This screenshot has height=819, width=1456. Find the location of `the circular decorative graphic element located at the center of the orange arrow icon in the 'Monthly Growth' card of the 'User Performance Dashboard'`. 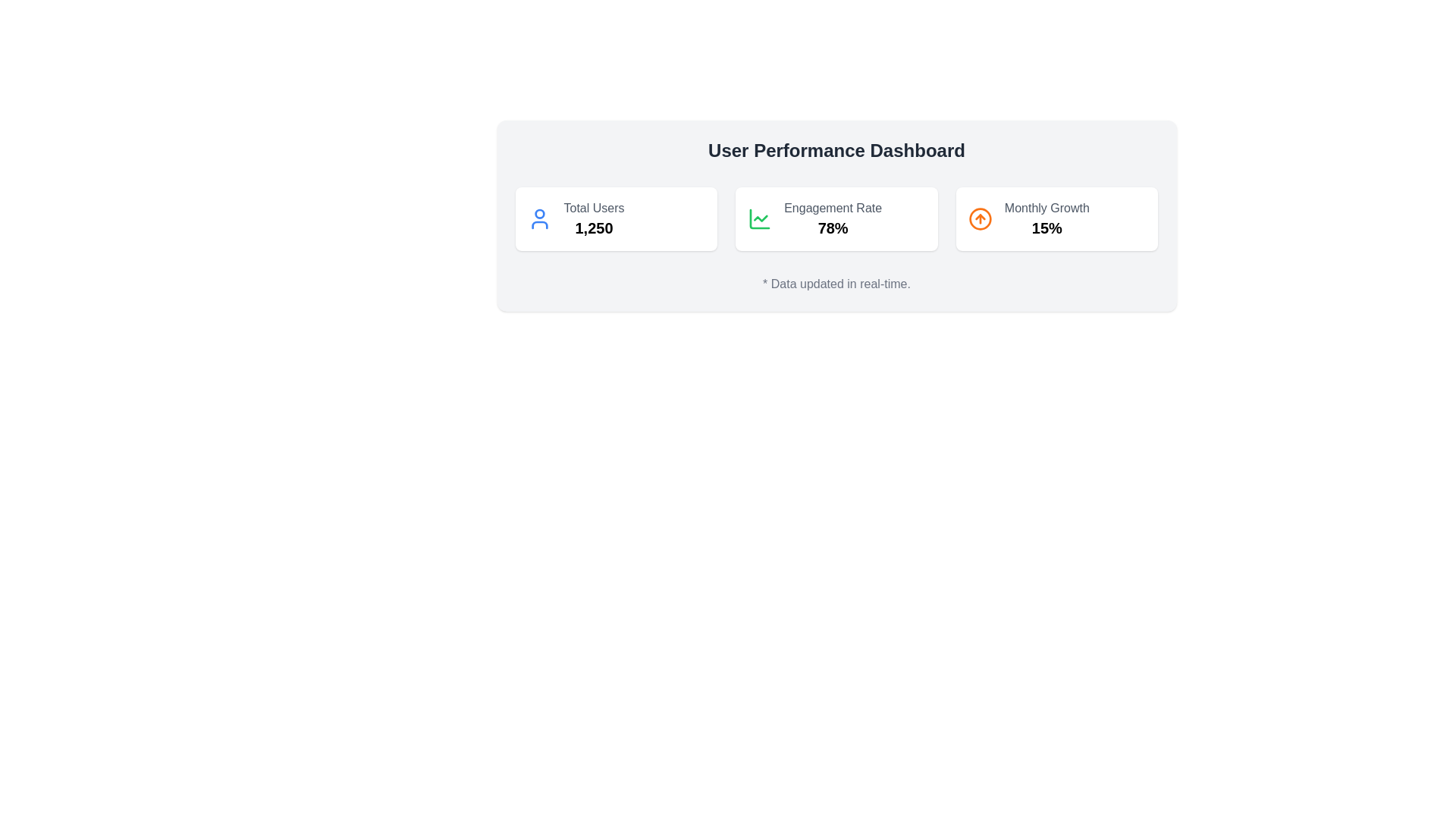

the circular decorative graphic element located at the center of the orange arrow icon in the 'Monthly Growth' card of the 'User Performance Dashboard' is located at coordinates (980, 219).